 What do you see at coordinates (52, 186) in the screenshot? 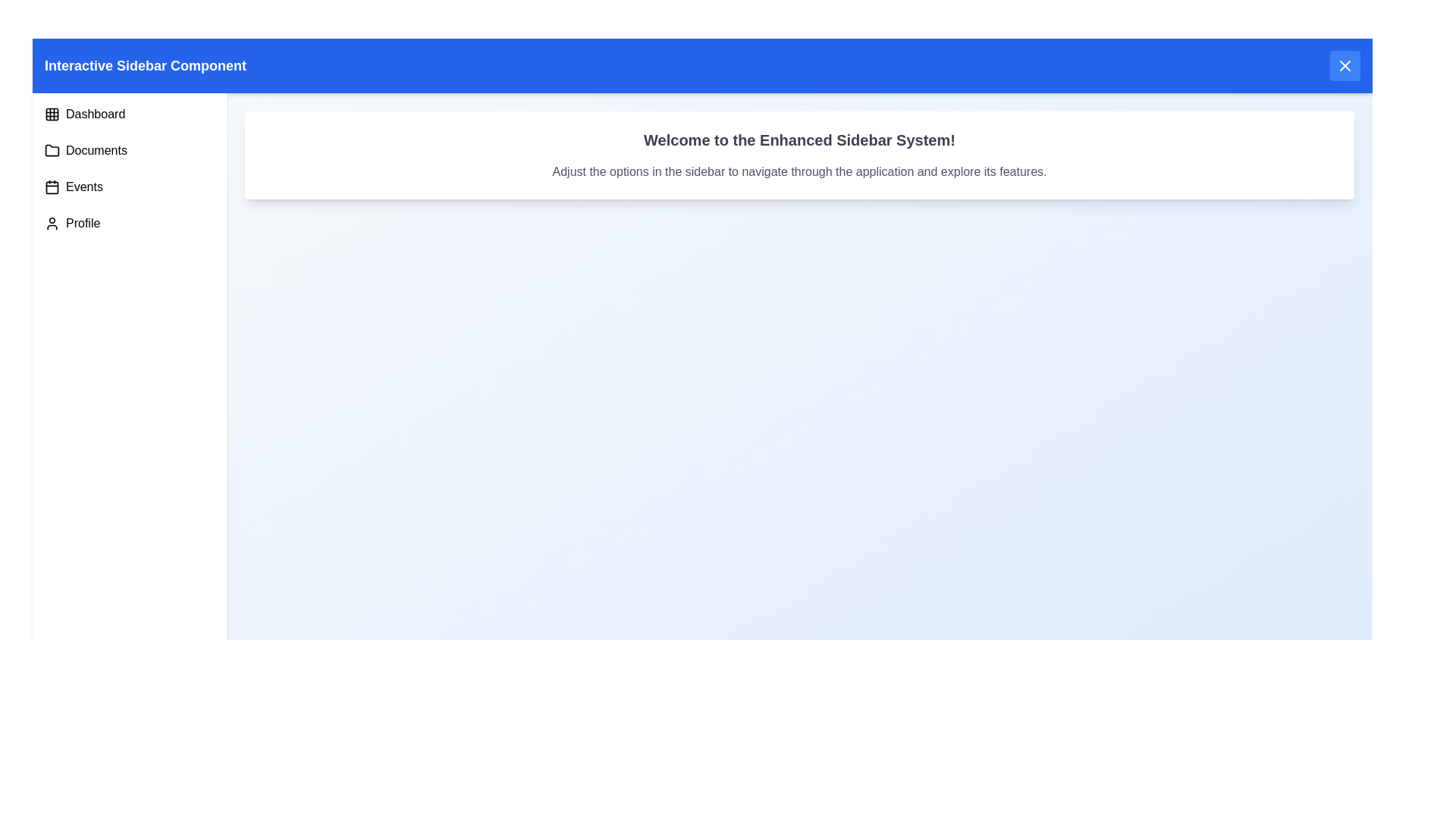
I see `the calendar icon in the 'Events' section of the sidebar menu, which is the third item under 'Interactive Sidebar Component'` at bounding box center [52, 186].